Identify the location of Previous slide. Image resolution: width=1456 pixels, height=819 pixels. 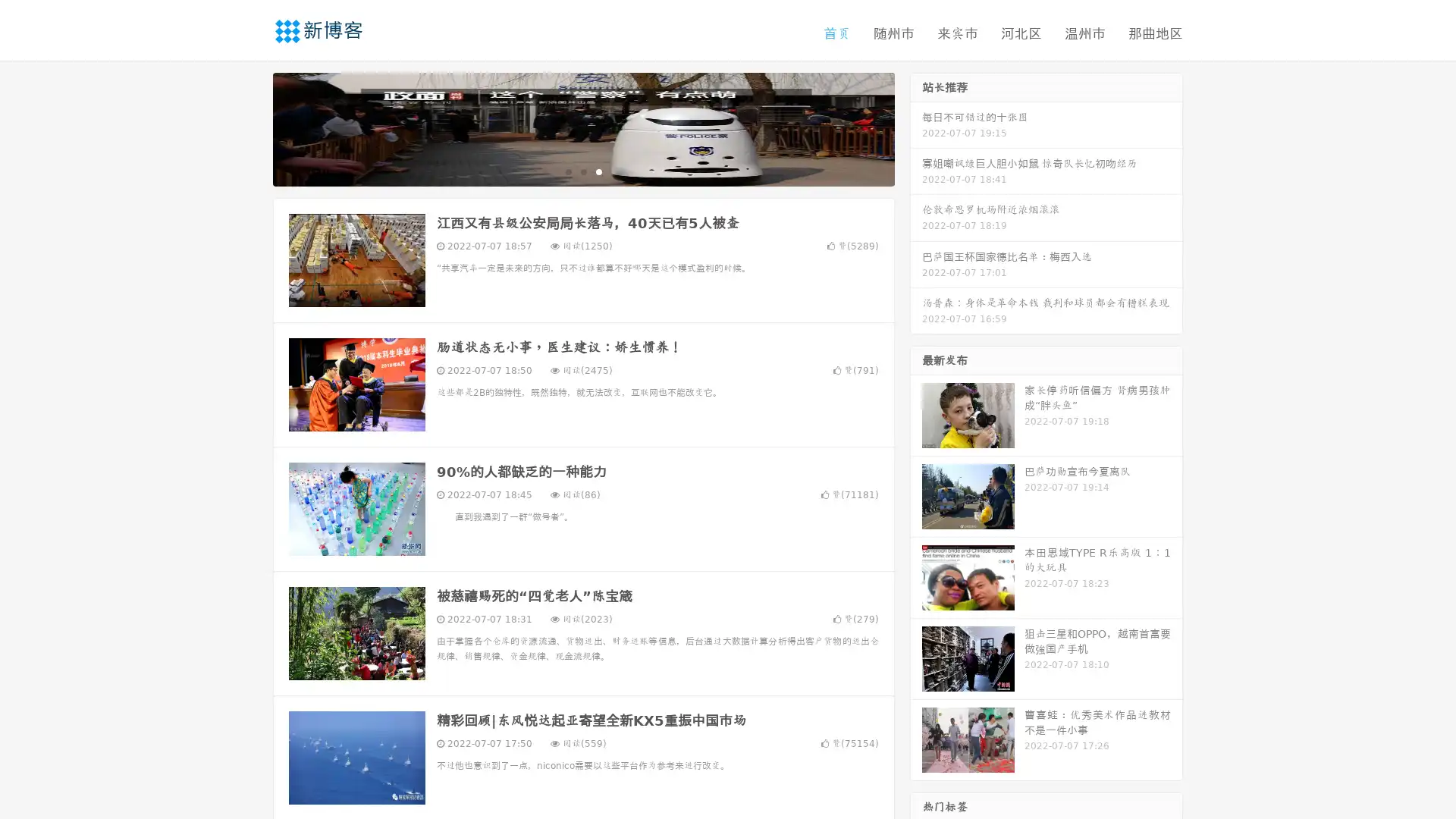
(250, 127).